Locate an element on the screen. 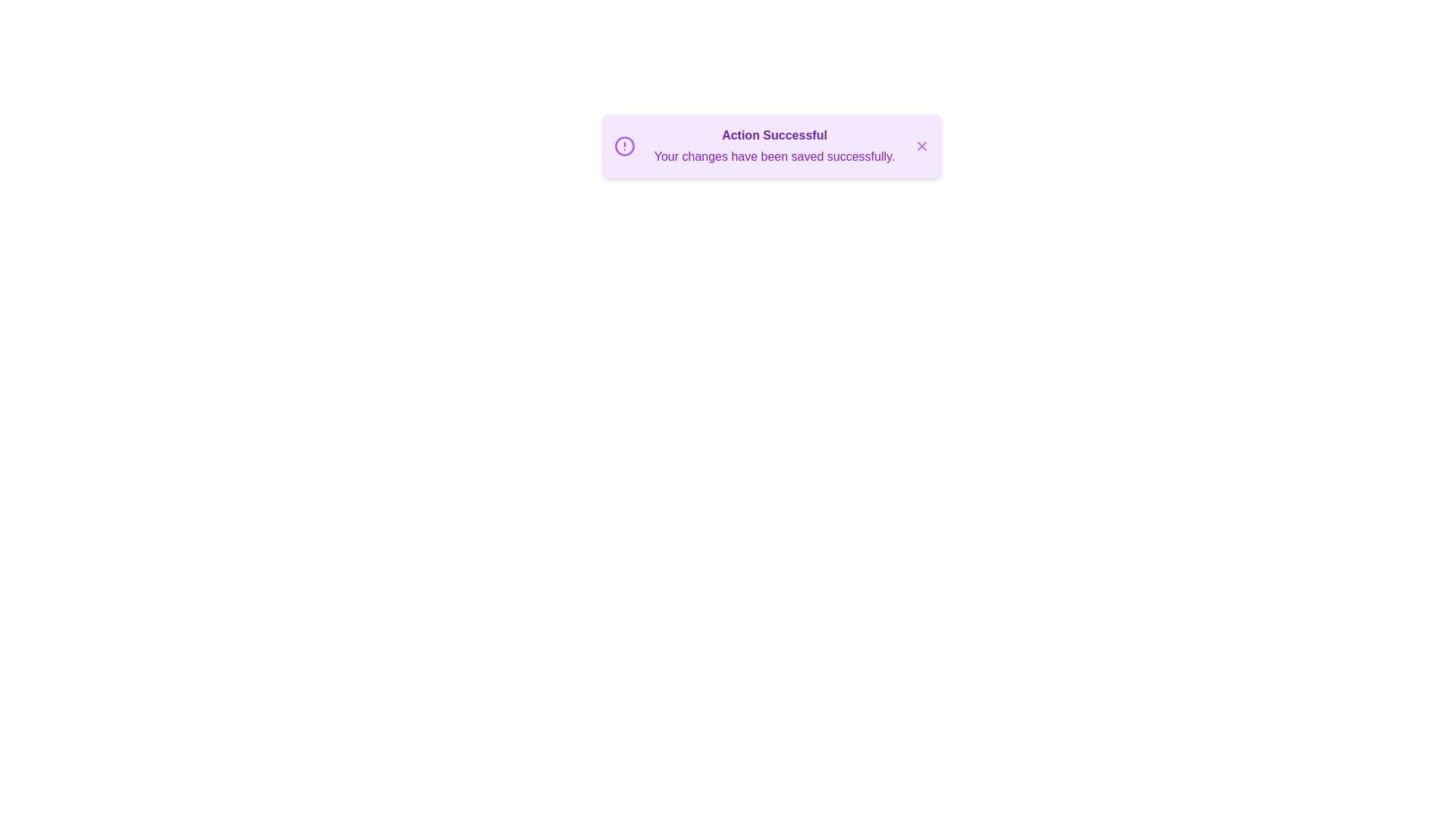  the close button to dismiss the alert is located at coordinates (921, 146).